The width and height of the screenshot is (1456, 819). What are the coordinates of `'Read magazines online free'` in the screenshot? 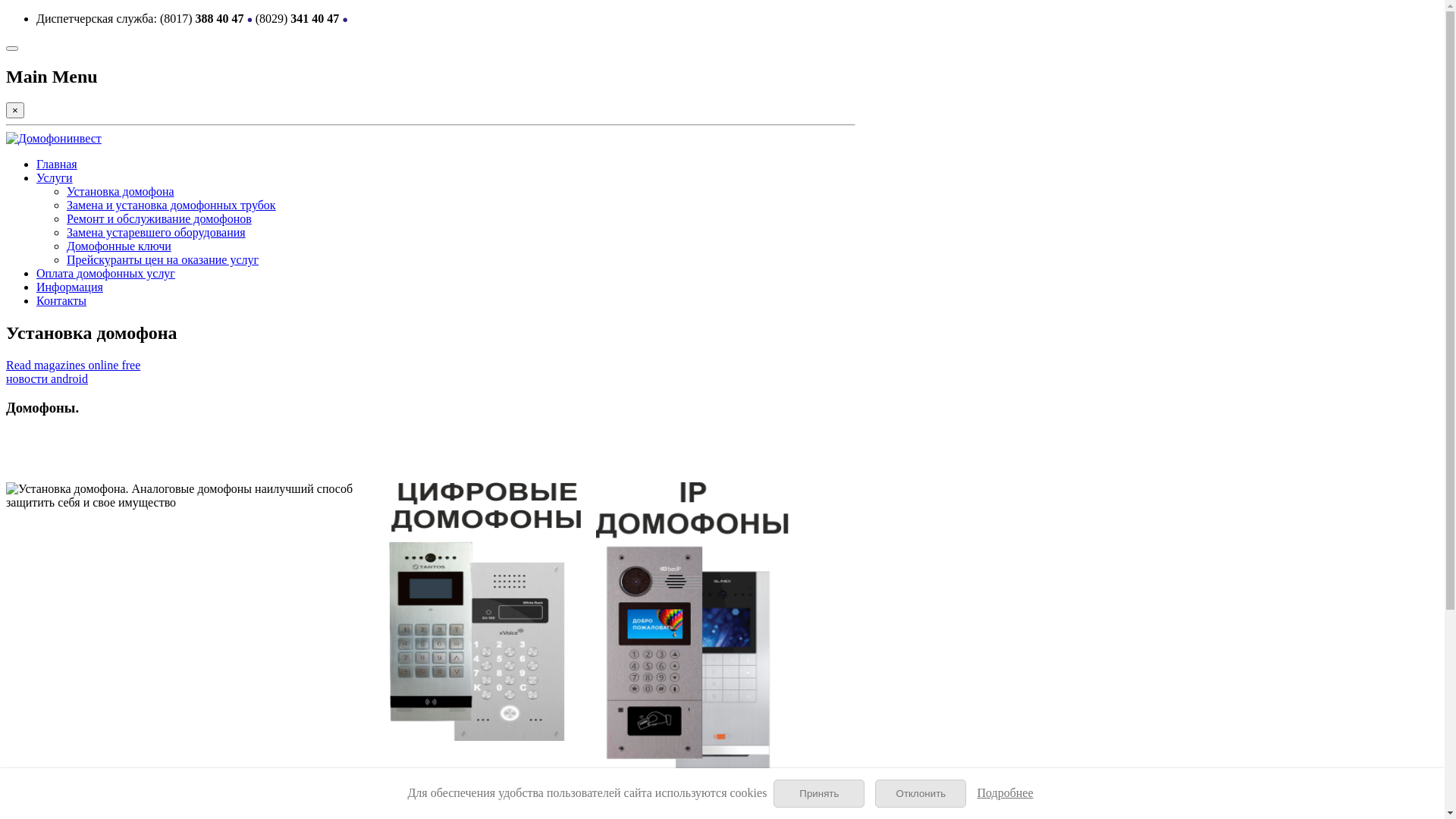 It's located at (72, 365).